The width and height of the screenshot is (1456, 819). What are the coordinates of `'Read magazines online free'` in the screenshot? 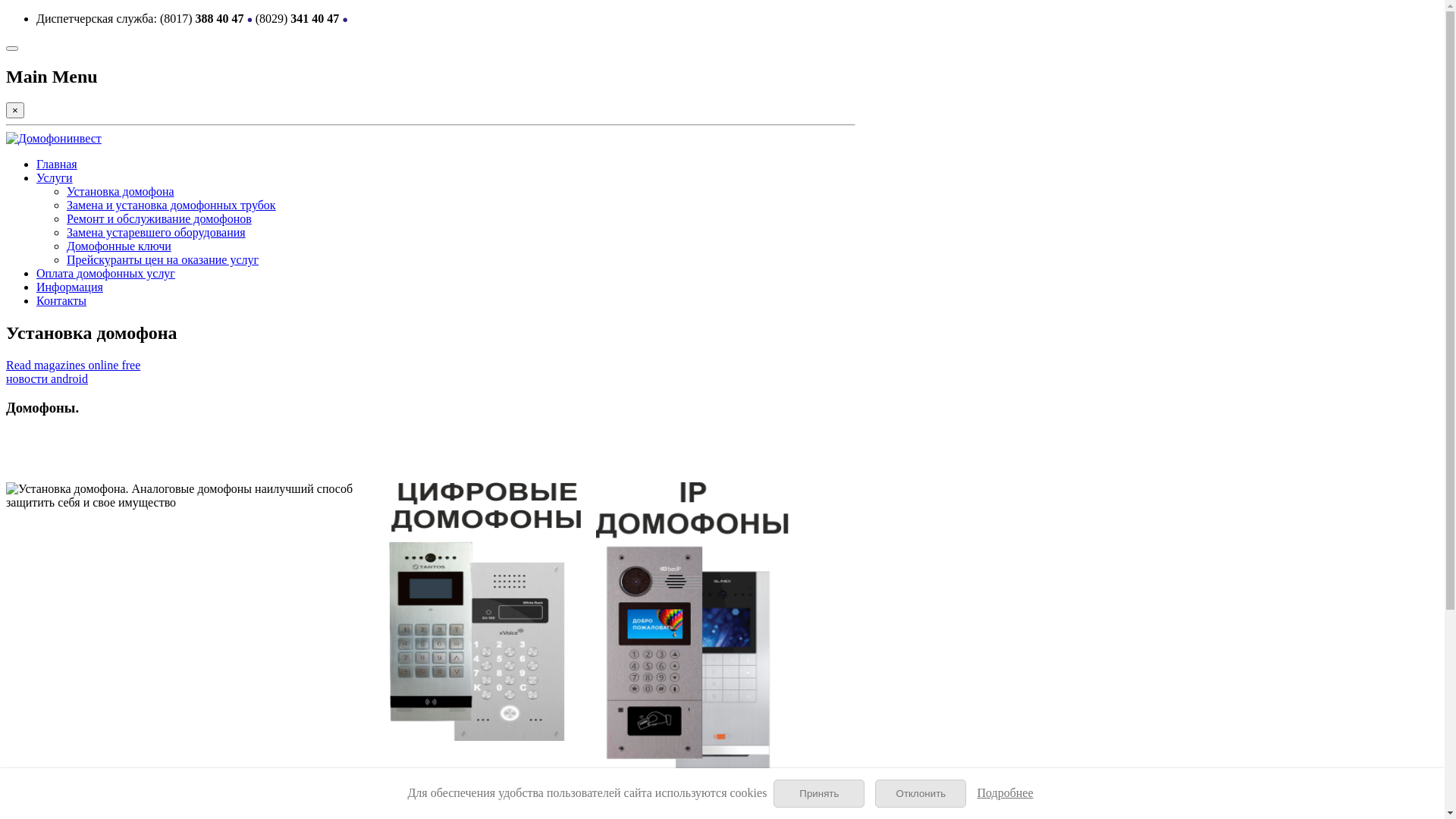 It's located at (72, 365).